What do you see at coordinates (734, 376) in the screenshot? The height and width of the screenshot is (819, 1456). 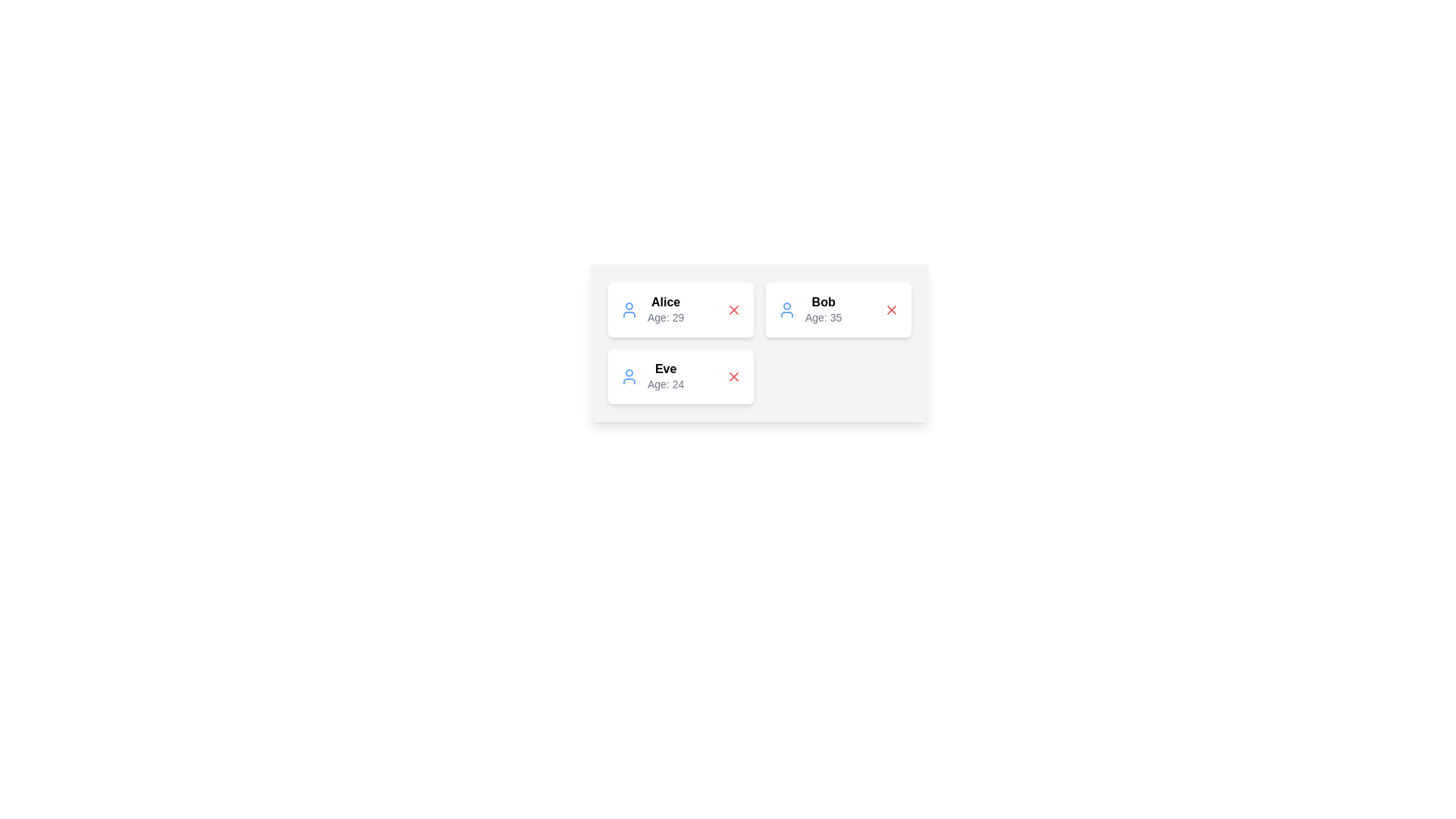 I see `close button for the user Eve` at bounding box center [734, 376].